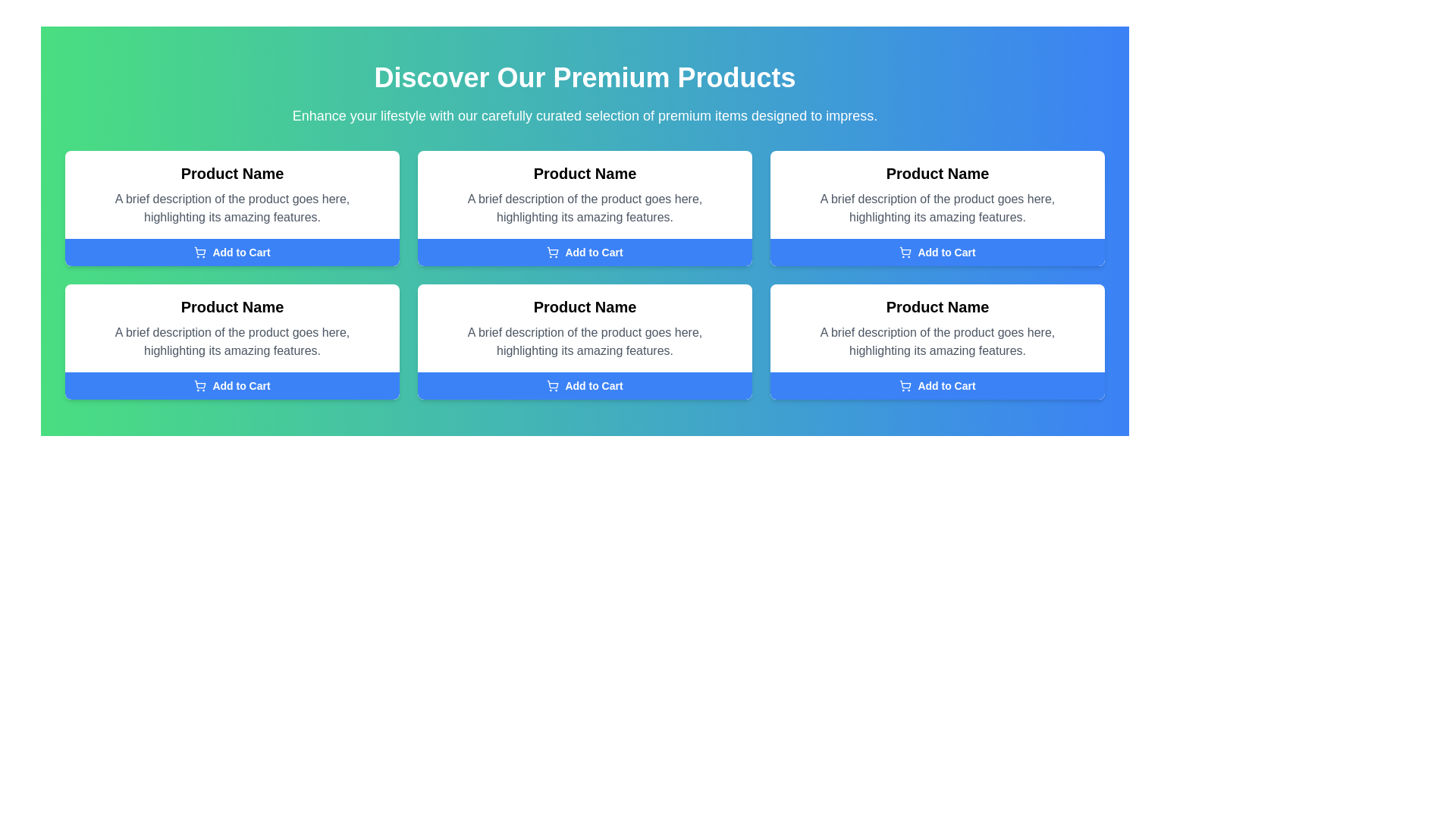  Describe the element at coordinates (231, 208) in the screenshot. I see `the textual description located within the first product card, positioned below the product name text` at that location.